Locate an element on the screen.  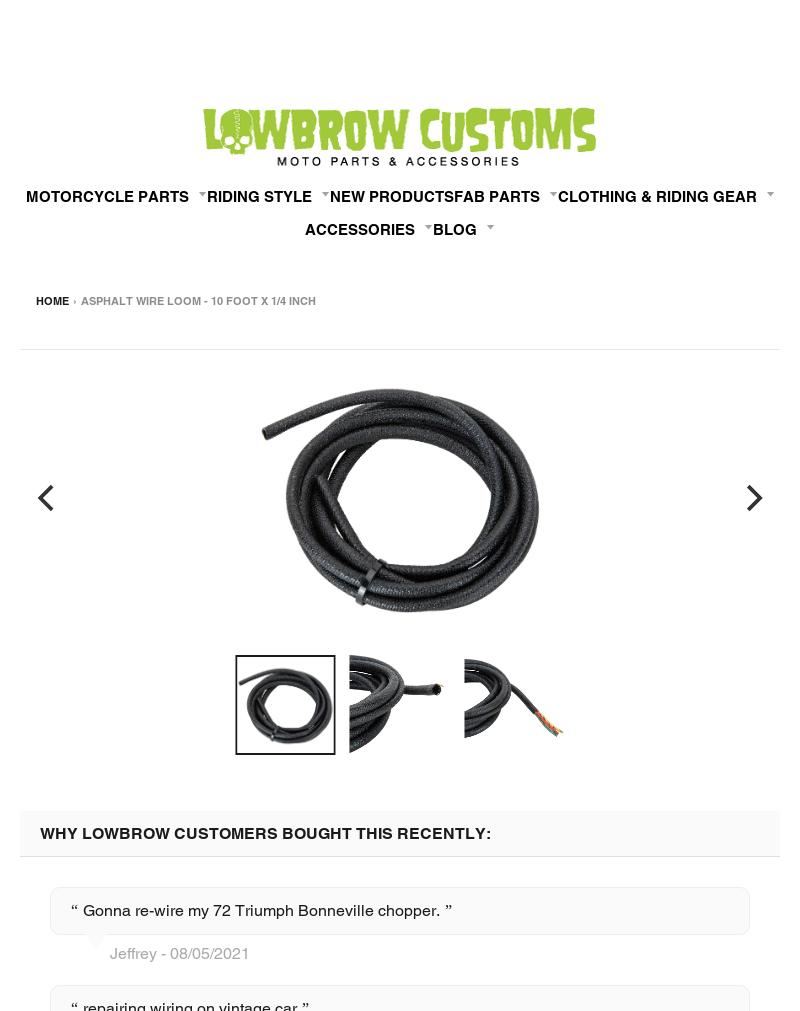
'08/05/2020' is located at coordinates (752, 500).